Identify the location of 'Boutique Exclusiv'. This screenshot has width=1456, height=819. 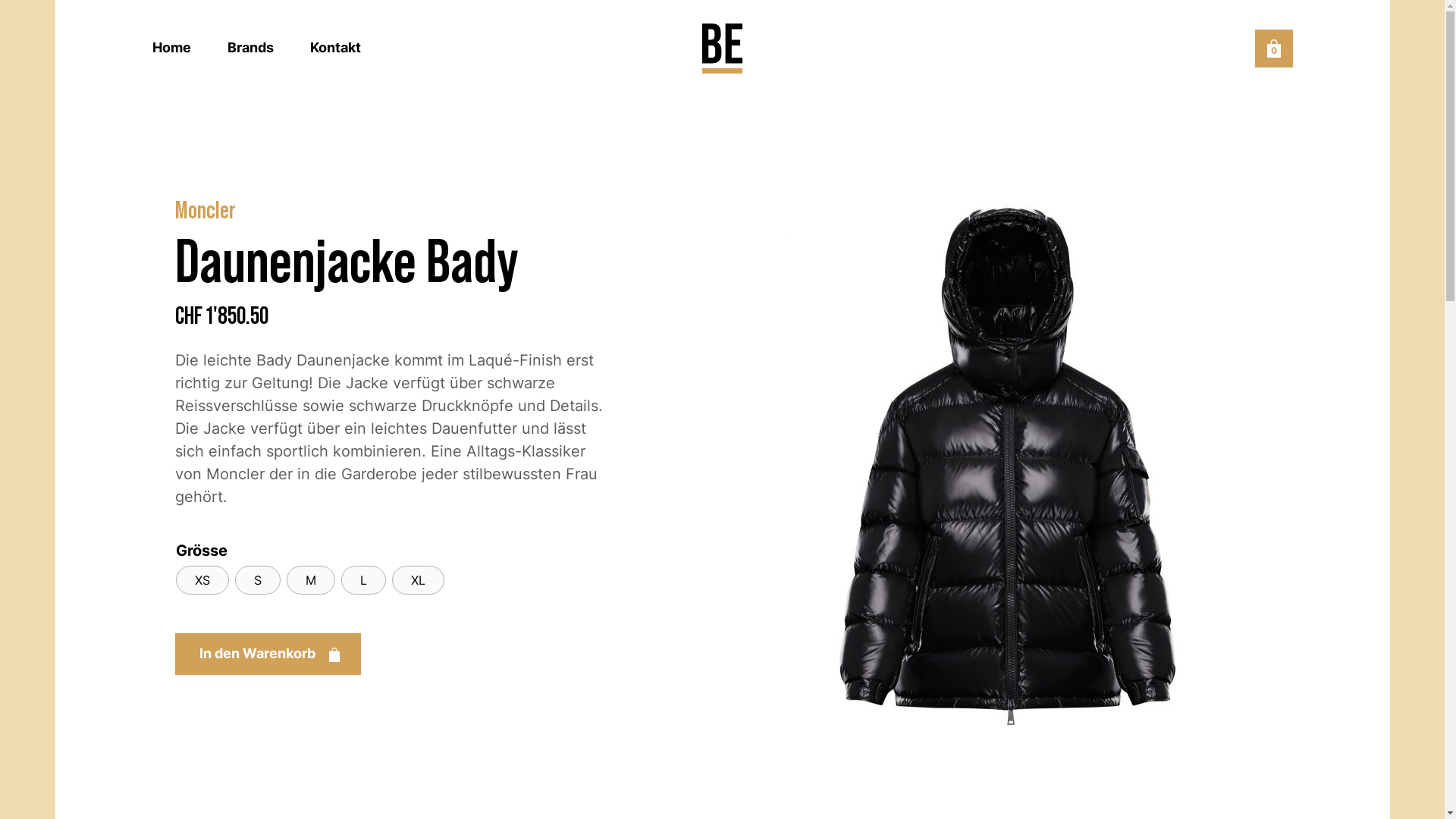
(721, 48).